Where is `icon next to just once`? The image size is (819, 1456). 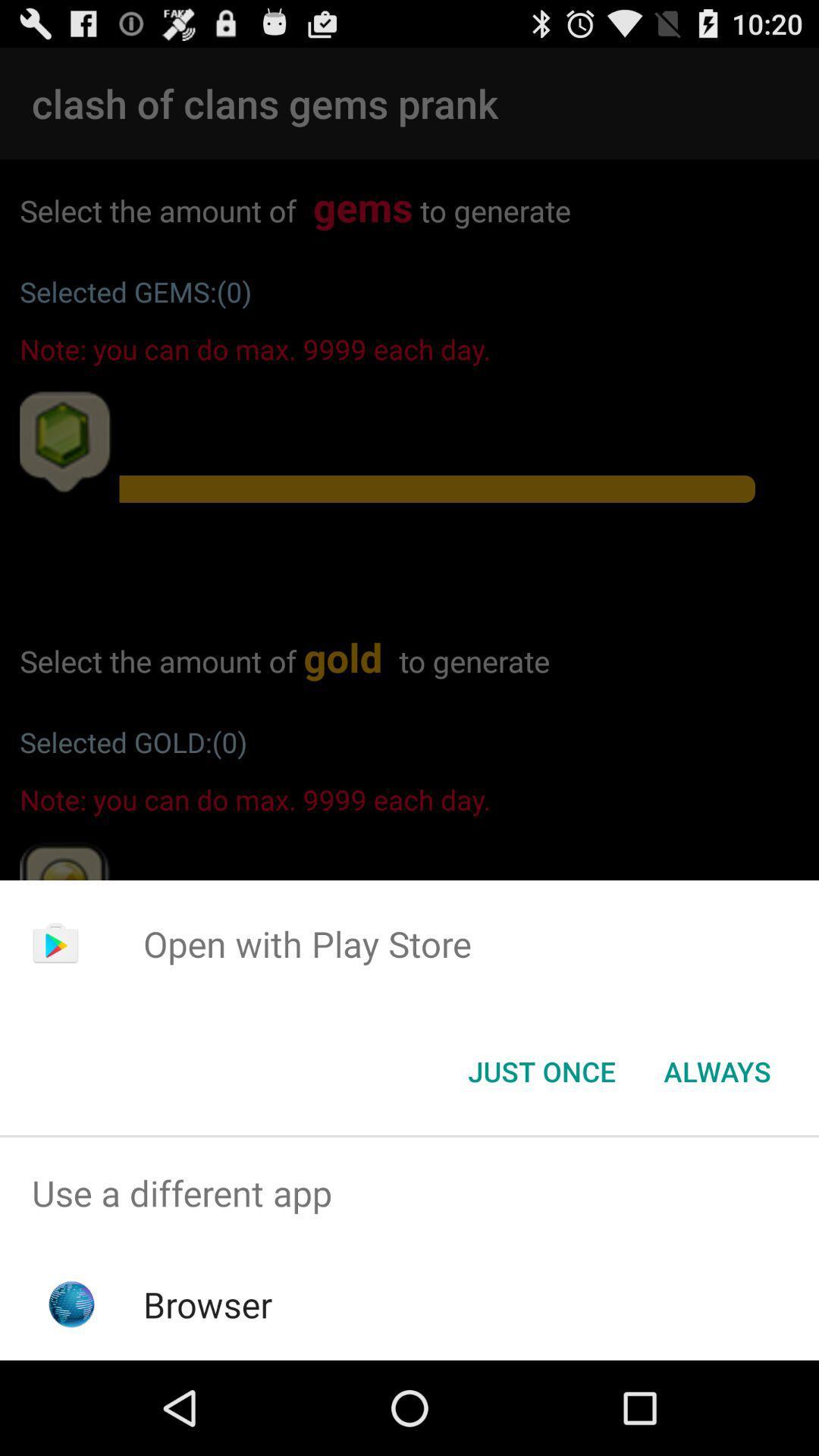
icon next to just once is located at coordinates (717, 1070).